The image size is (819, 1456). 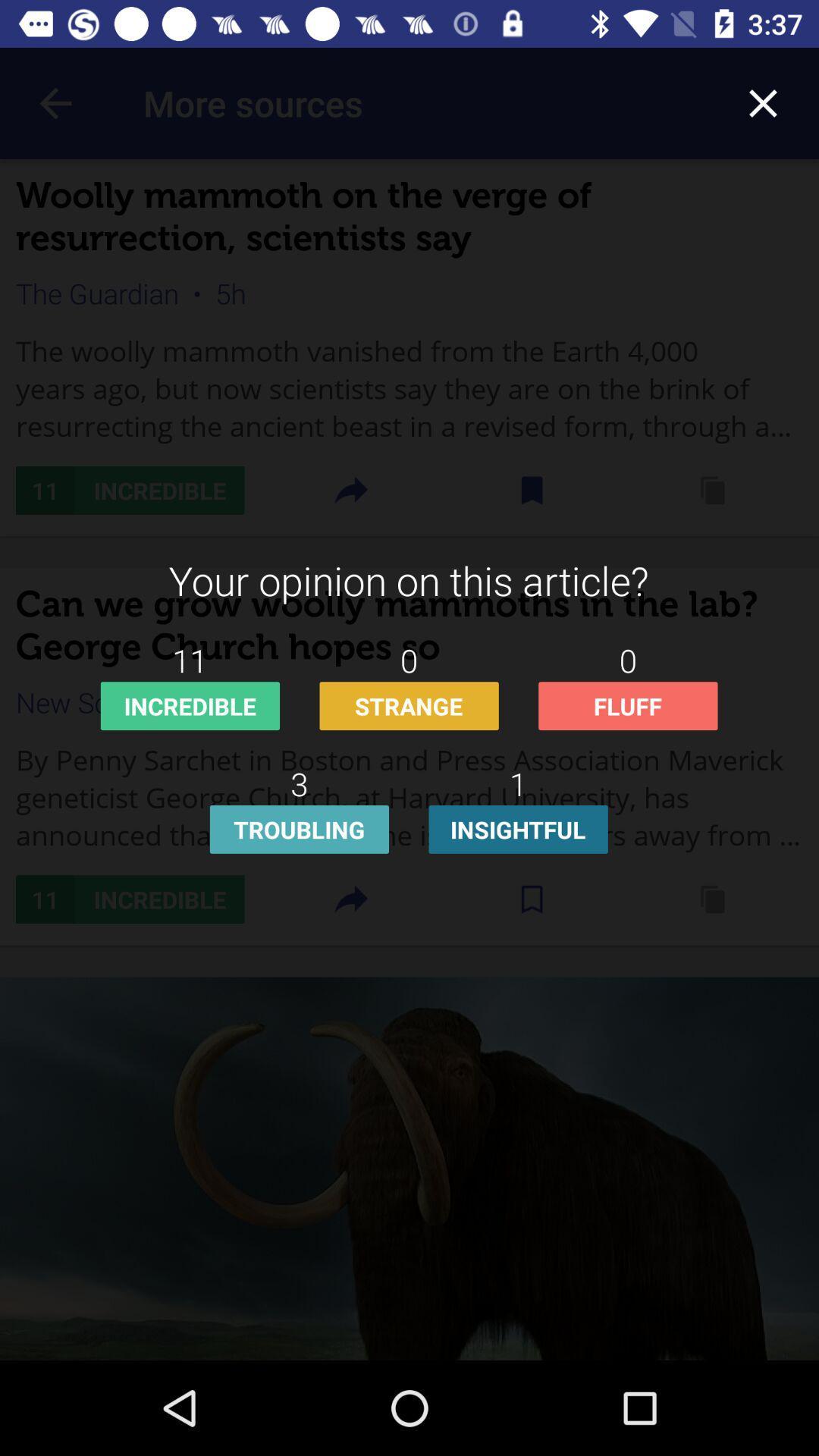 I want to click on the close icon, so click(x=763, y=102).